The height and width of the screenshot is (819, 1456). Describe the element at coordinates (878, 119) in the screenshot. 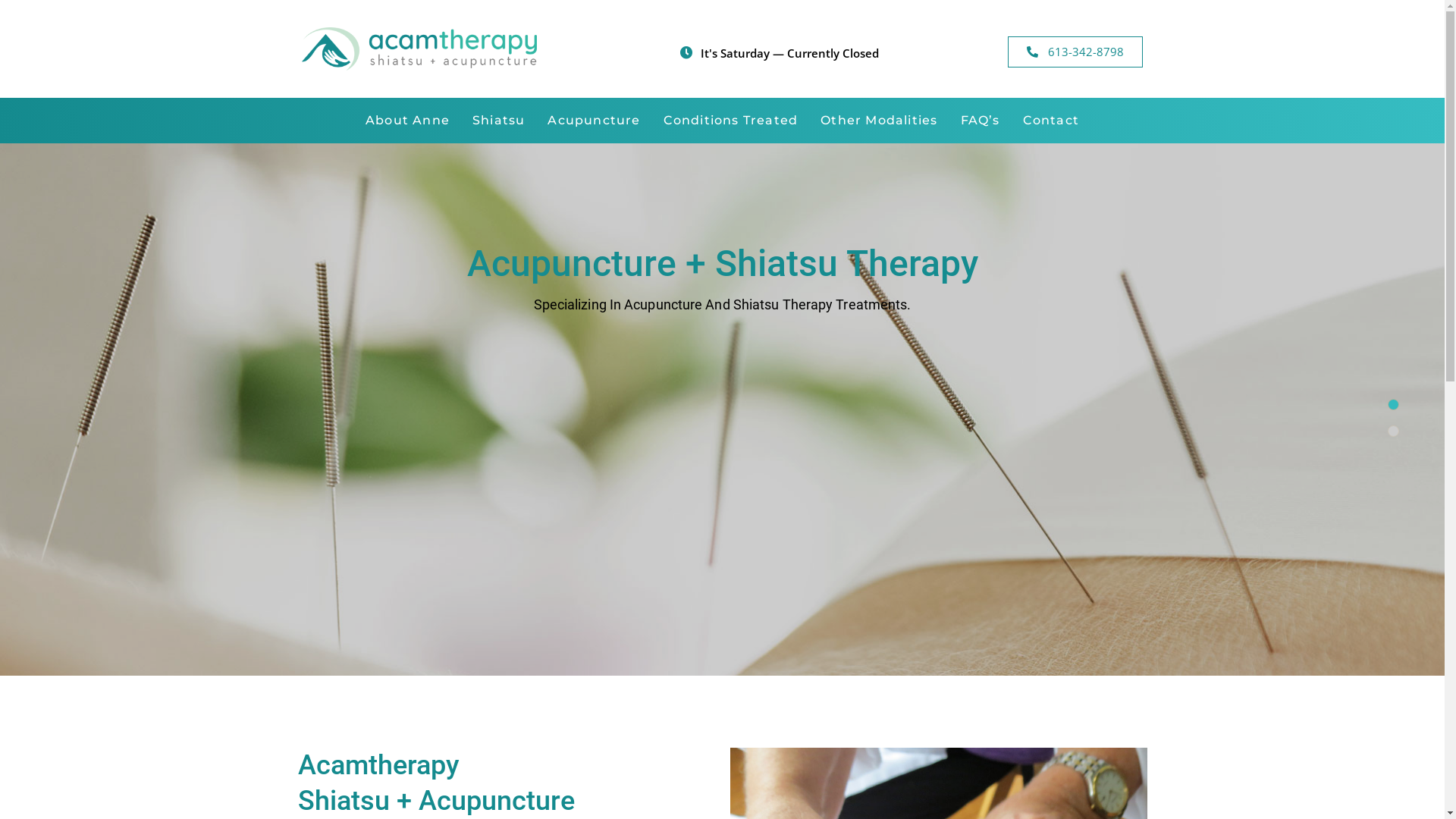

I see `'Other Modalities'` at that location.